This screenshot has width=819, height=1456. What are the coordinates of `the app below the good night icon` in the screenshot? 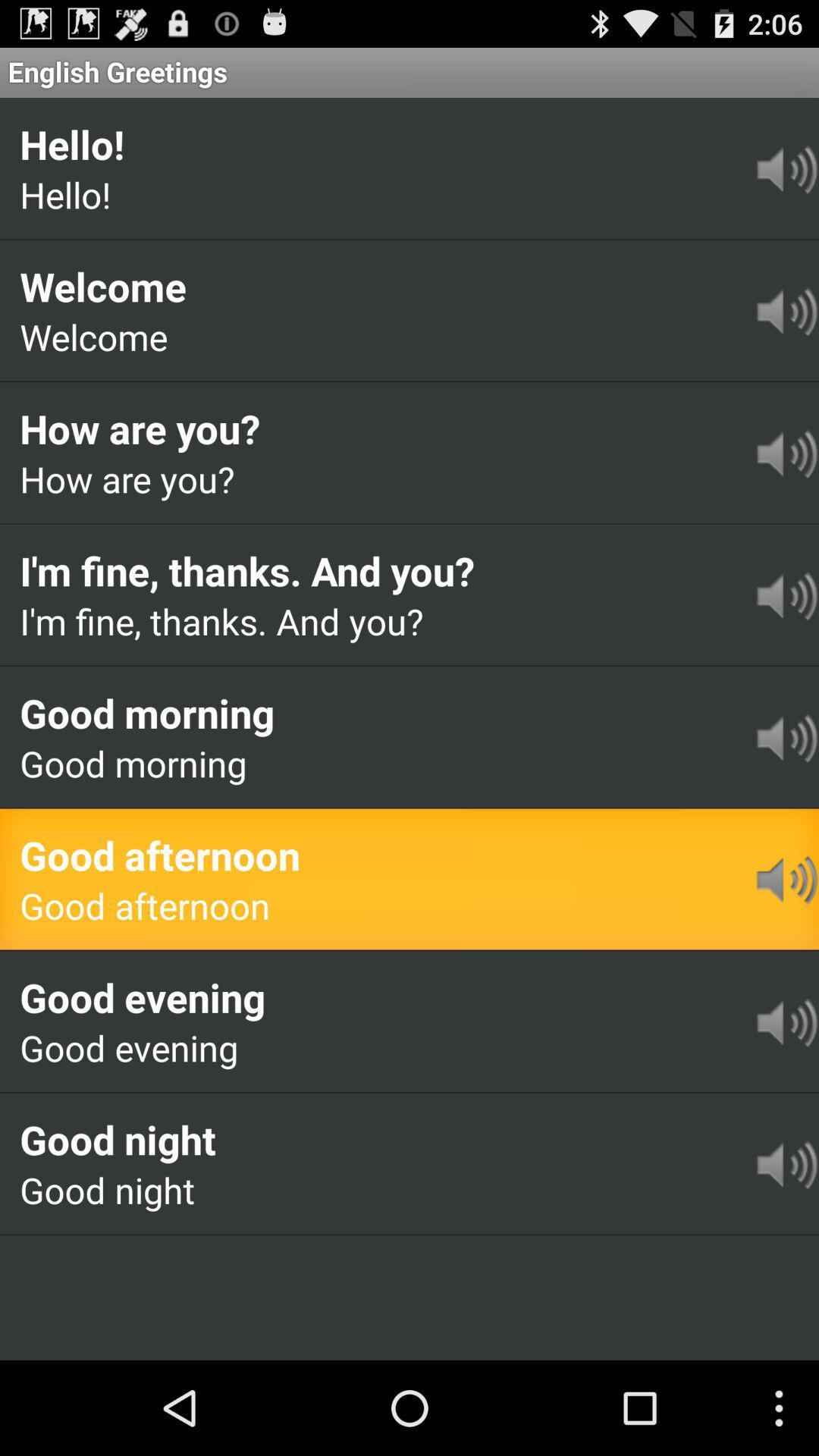 It's located at (99, 1258).